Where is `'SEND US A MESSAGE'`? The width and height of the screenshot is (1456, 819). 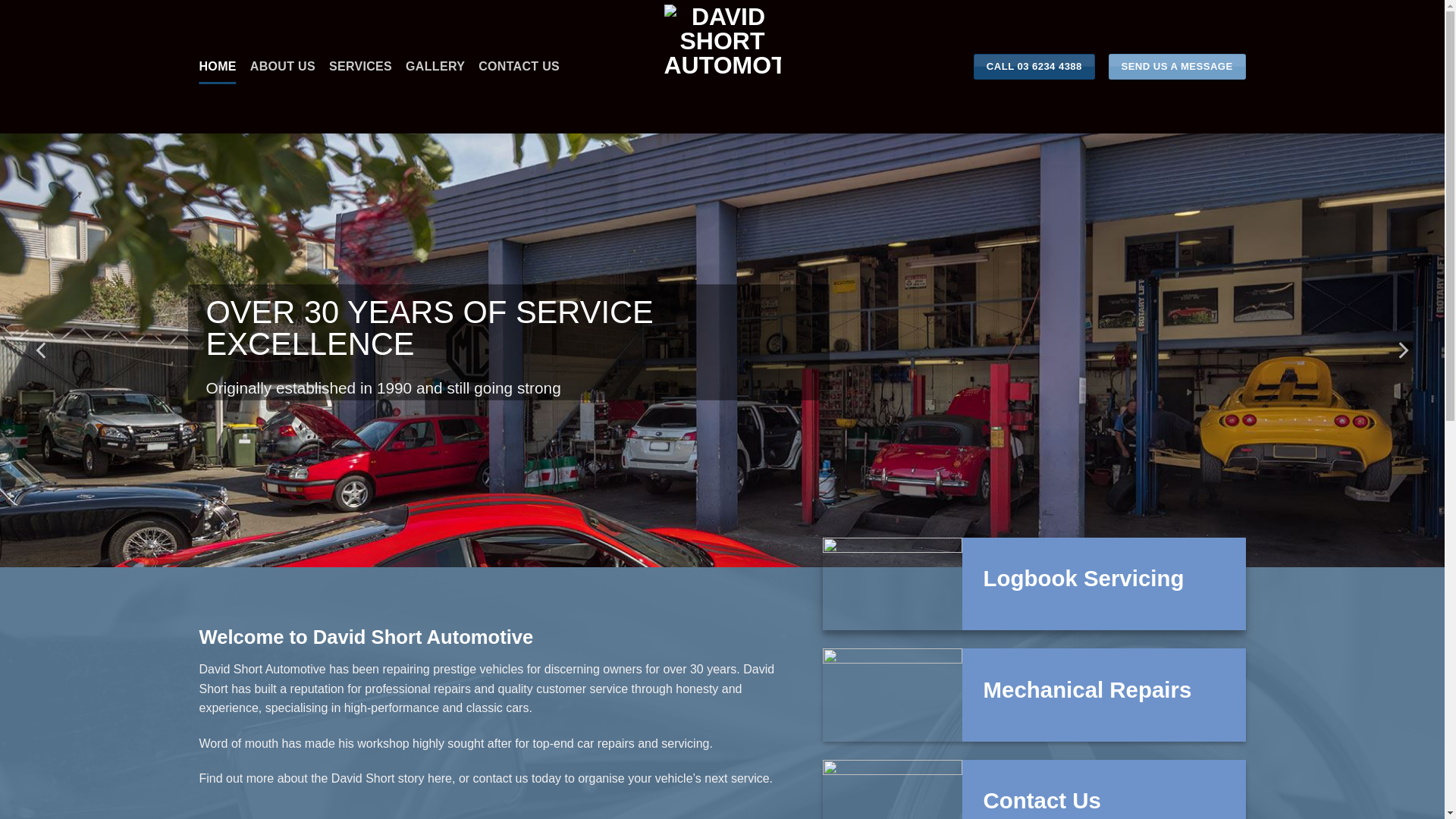
'SEND US A MESSAGE' is located at coordinates (1176, 66).